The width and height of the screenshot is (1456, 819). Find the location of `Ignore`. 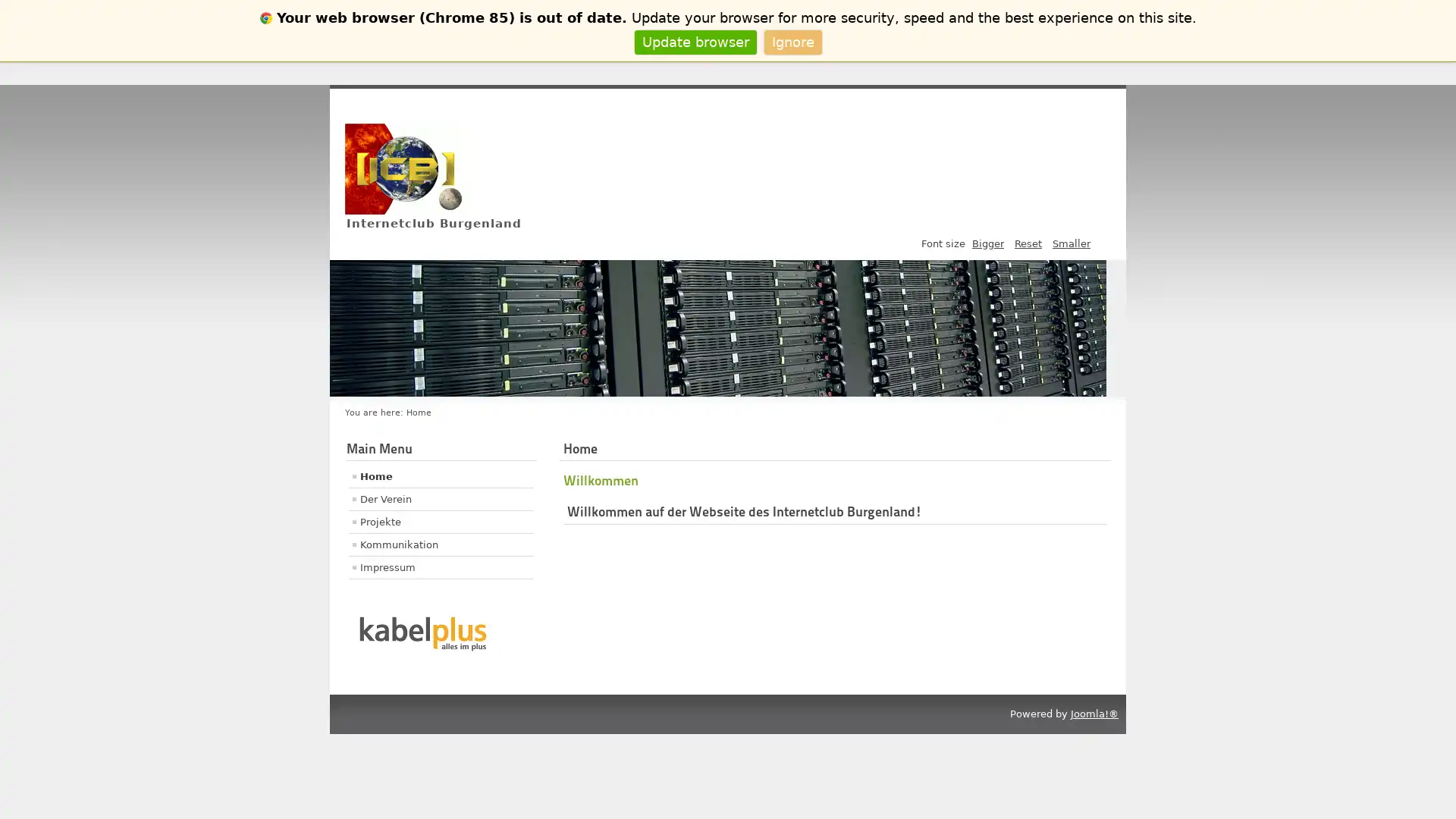

Ignore is located at coordinates (792, 41).